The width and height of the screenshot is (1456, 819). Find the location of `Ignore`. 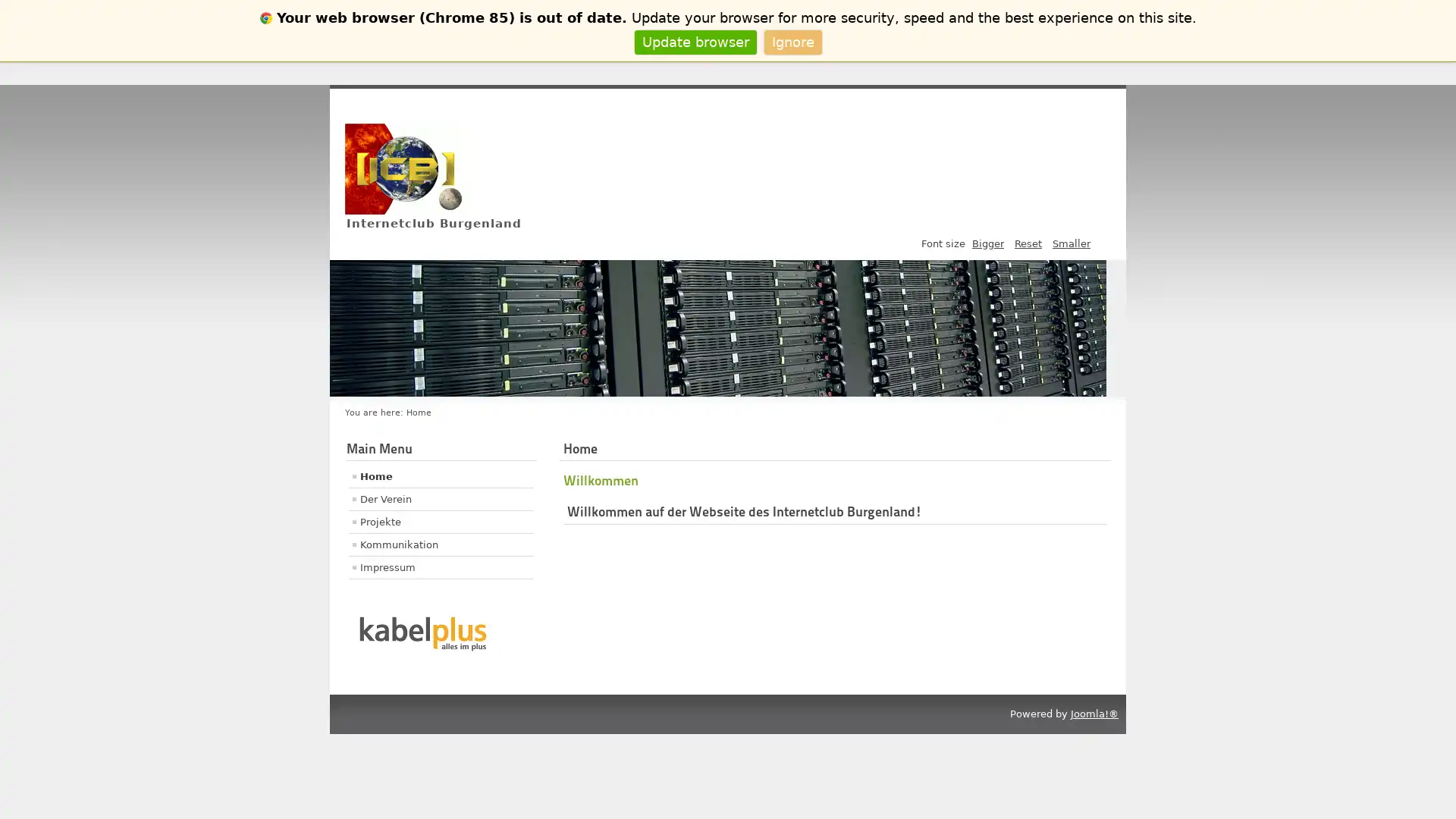

Ignore is located at coordinates (792, 41).